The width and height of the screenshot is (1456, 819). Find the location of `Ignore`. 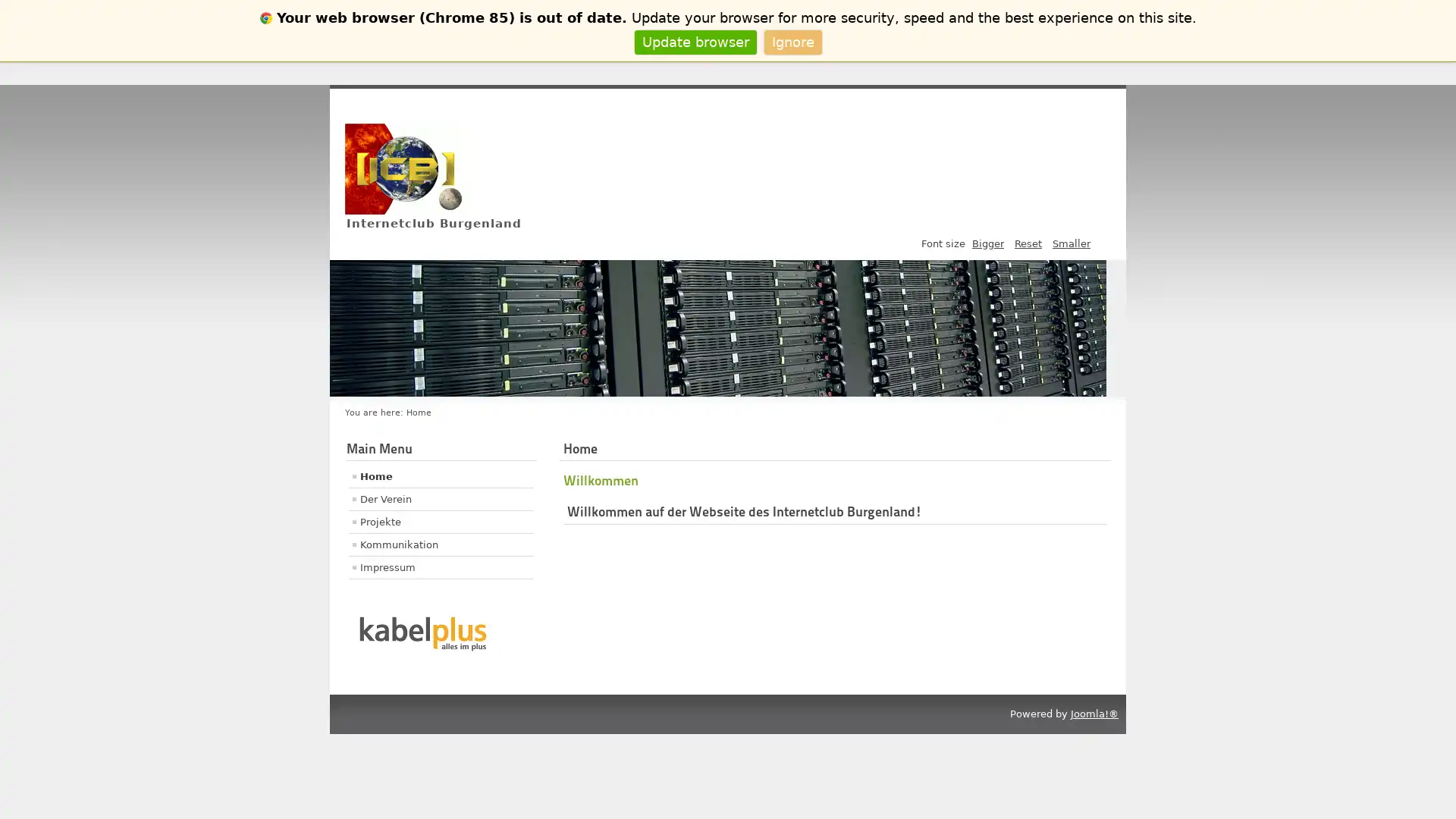

Ignore is located at coordinates (792, 41).